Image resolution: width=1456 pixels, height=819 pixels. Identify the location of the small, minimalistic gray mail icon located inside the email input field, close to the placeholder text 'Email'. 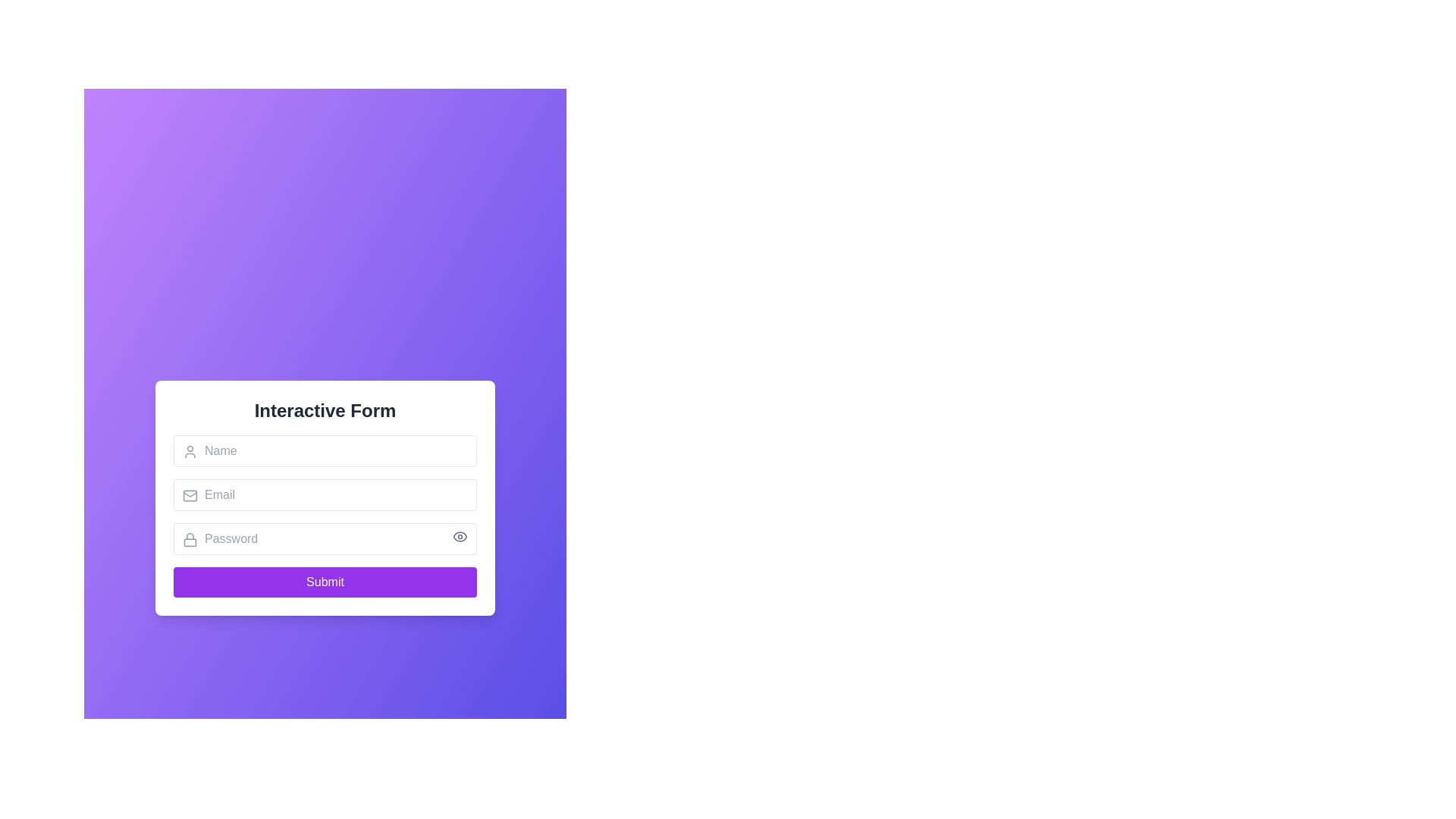
(189, 496).